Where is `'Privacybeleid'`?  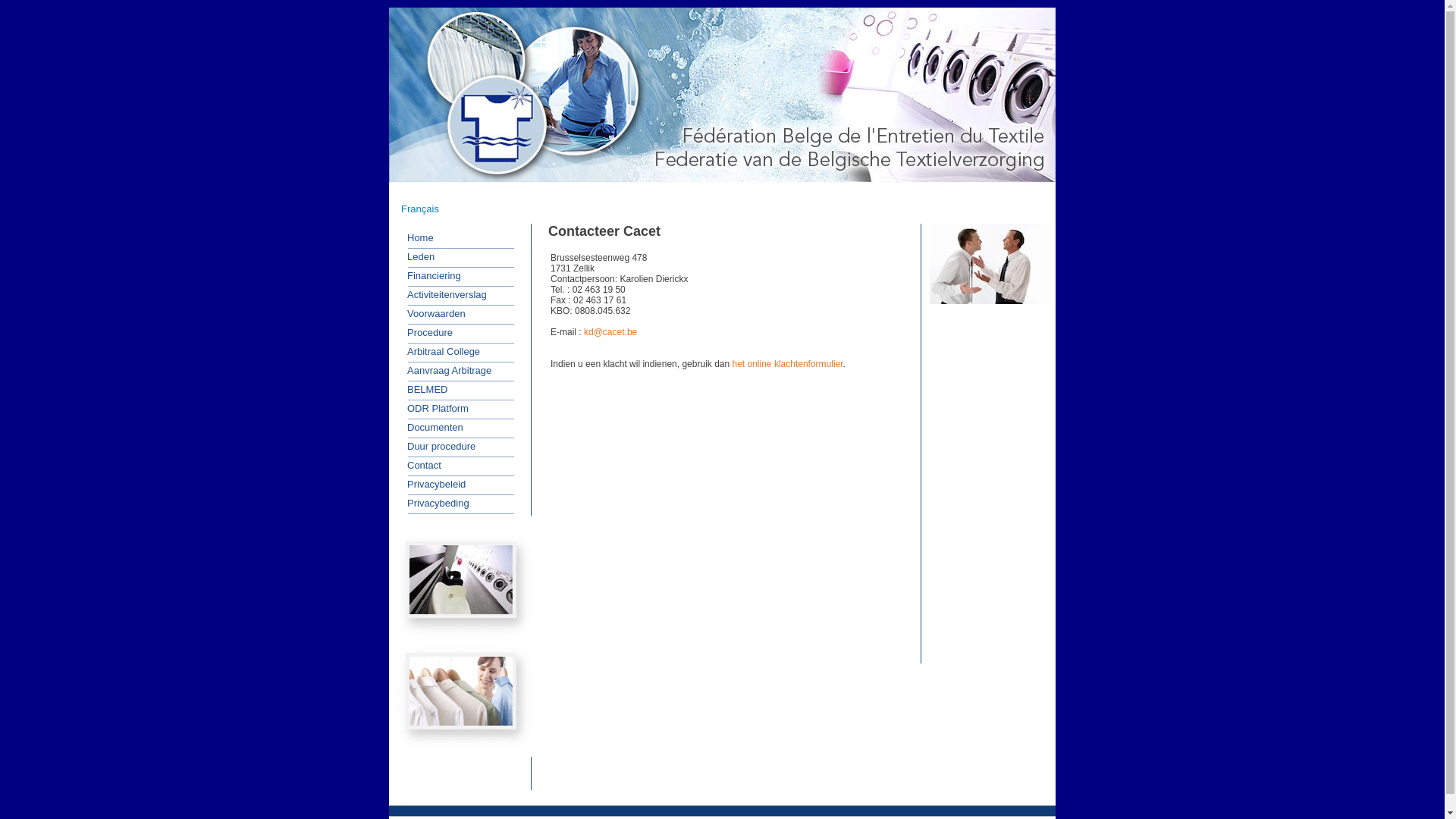
'Privacybeleid' is located at coordinates (397, 485).